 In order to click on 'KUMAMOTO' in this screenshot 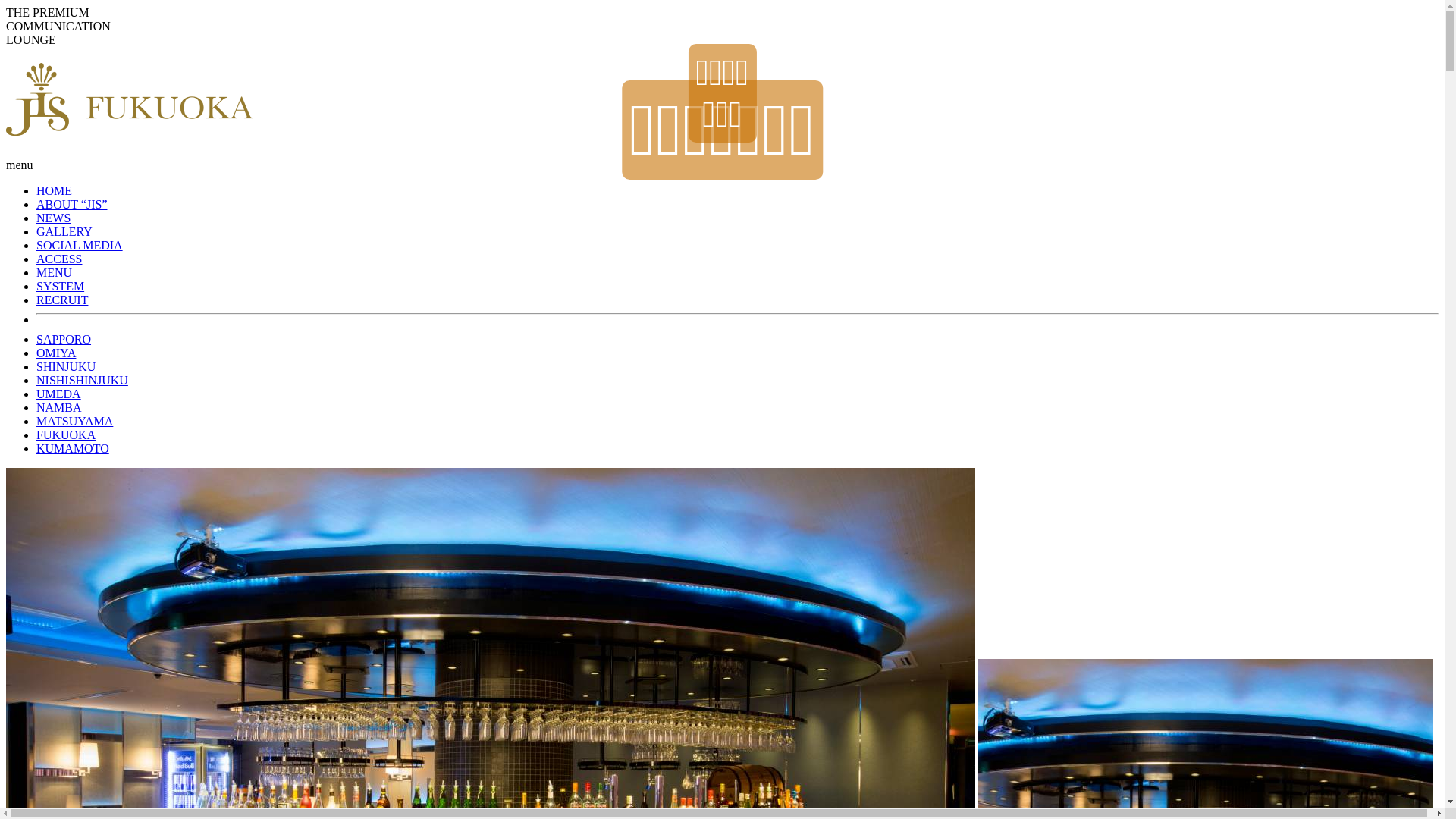, I will do `click(72, 447)`.